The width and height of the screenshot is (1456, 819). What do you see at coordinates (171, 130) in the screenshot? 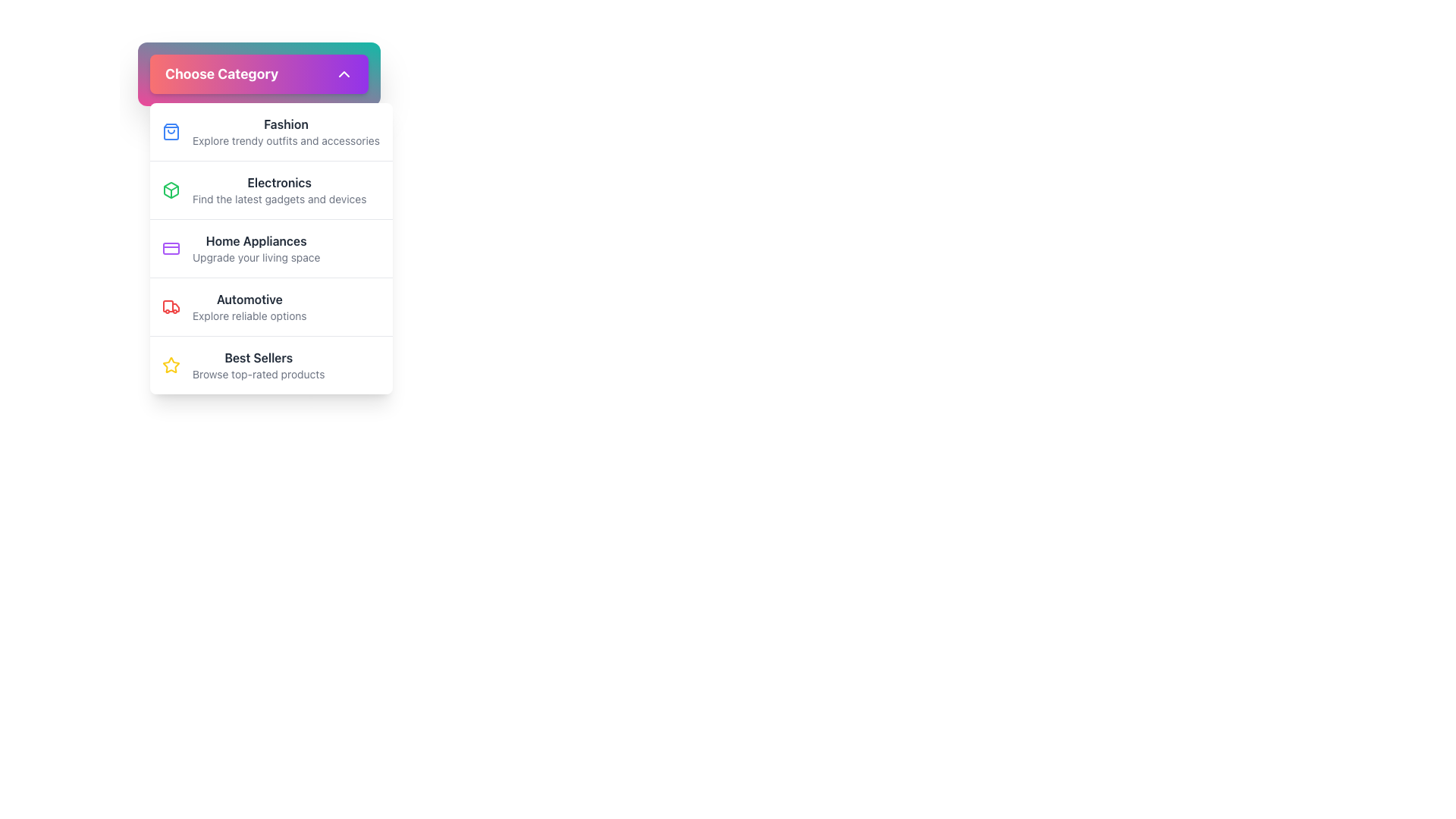
I see `the shopping bag icon located to the left of the 'Fashion' text label for visual context` at bounding box center [171, 130].